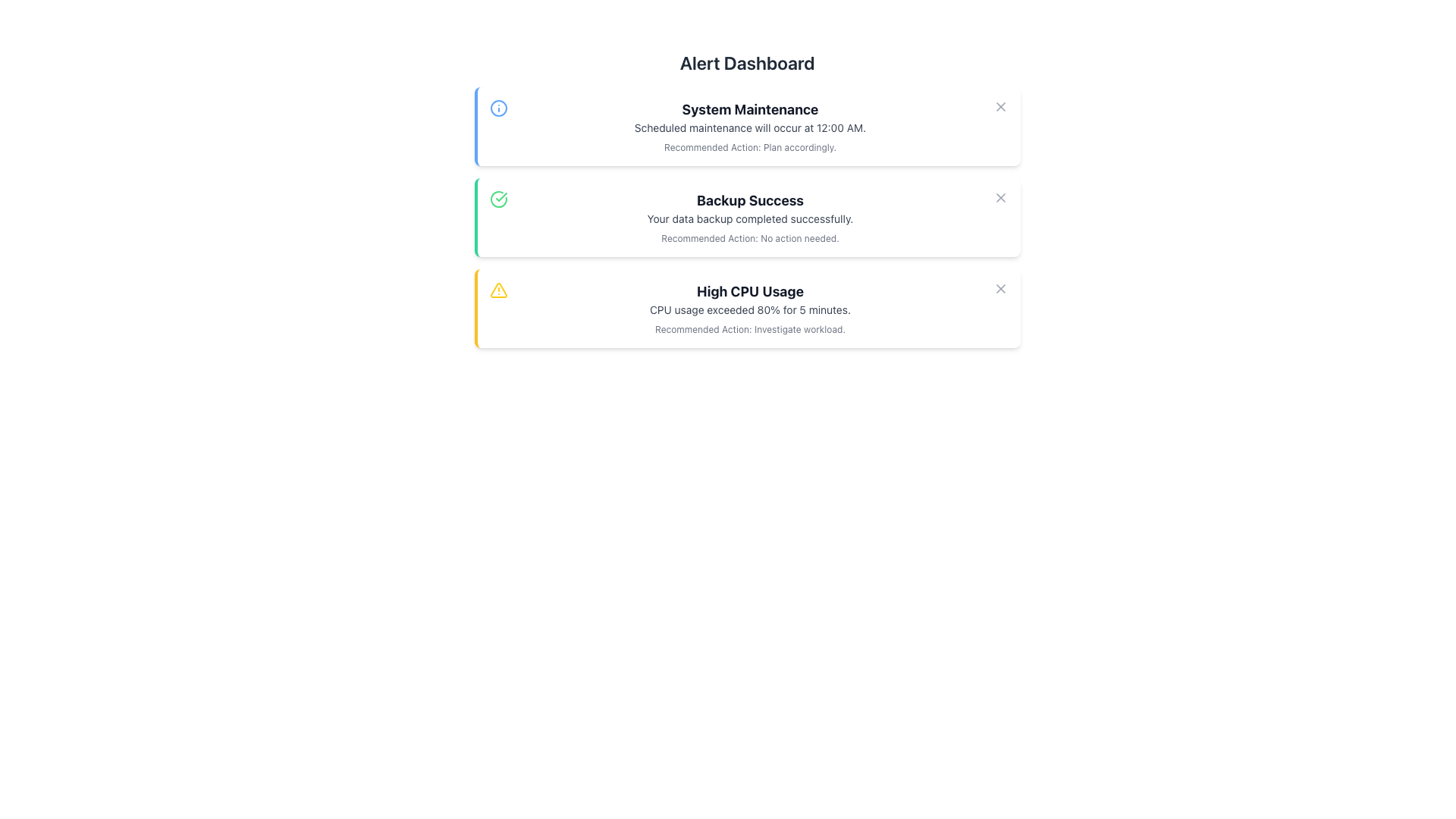  I want to click on the bold, large-sized dark gray text that reads 'System Maintenance', which is located at the top of the first alert card in a vertical stack of items, so click(750, 109).